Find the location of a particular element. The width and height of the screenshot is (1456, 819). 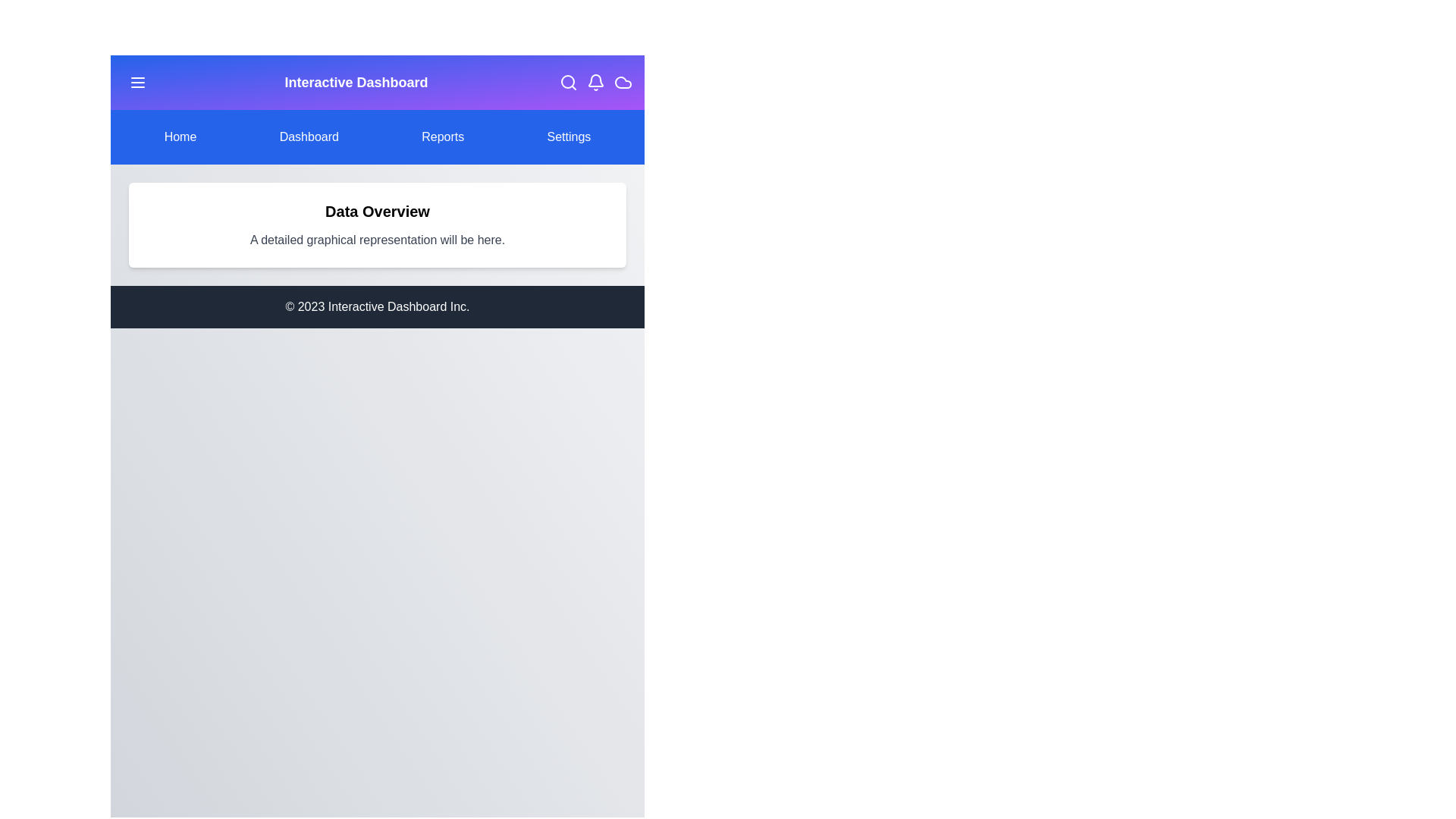

the 'Bell' icon to check notifications is located at coordinates (595, 82).